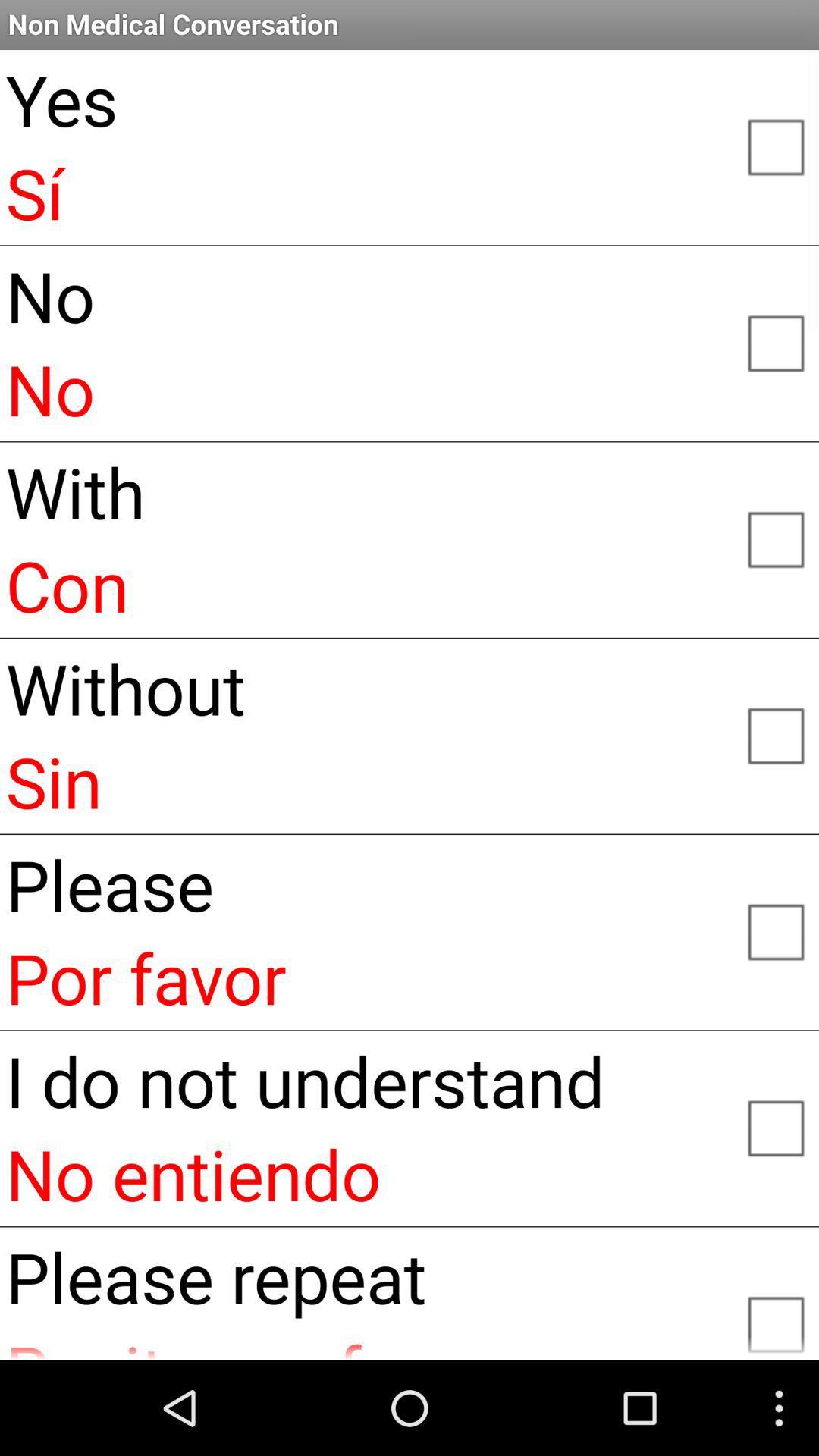 This screenshot has width=819, height=1456. I want to click on please, so click(775, 930).